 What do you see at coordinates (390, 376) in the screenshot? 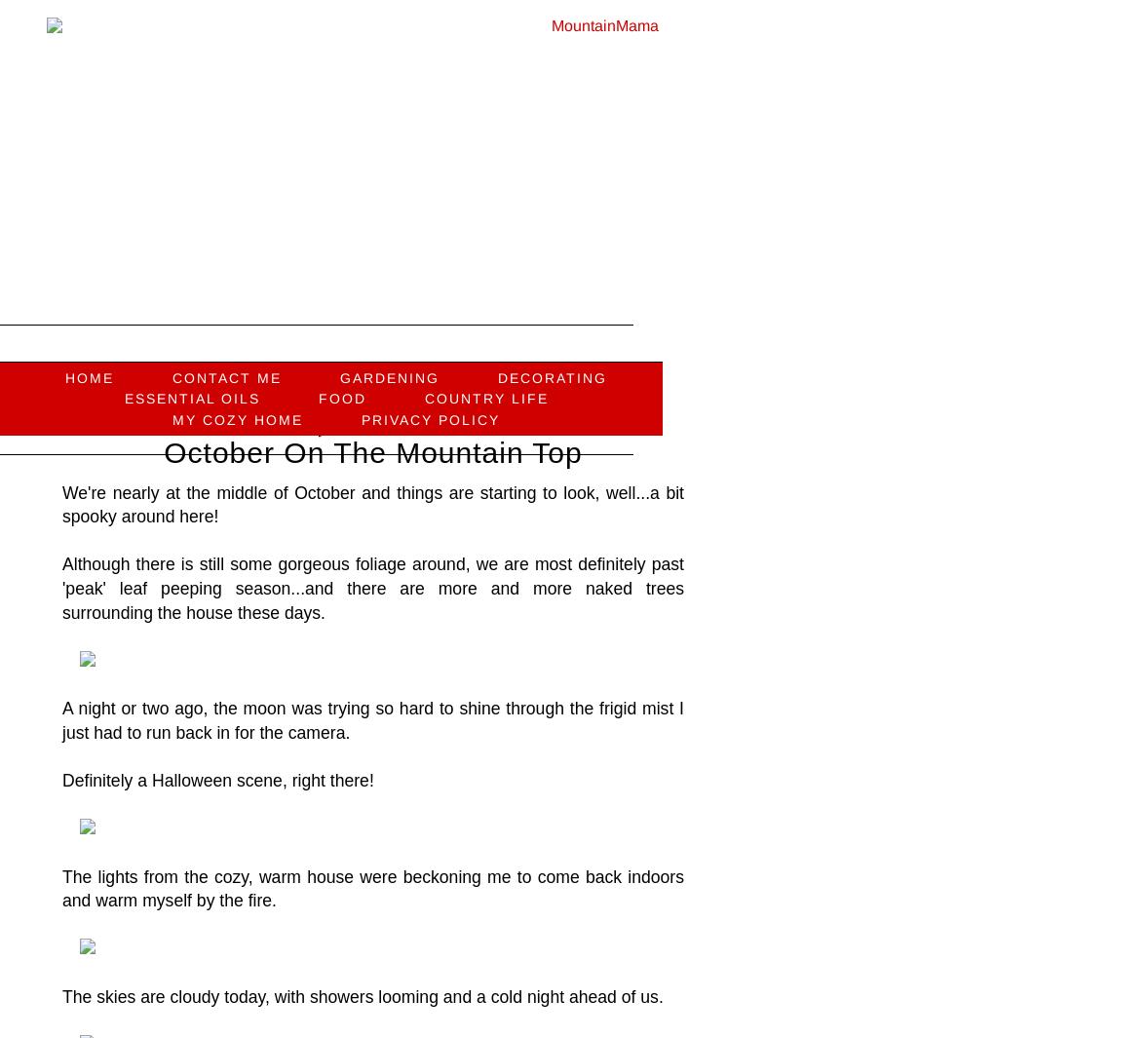
I see `'GARDENING'` at bounding box center [390, 376].